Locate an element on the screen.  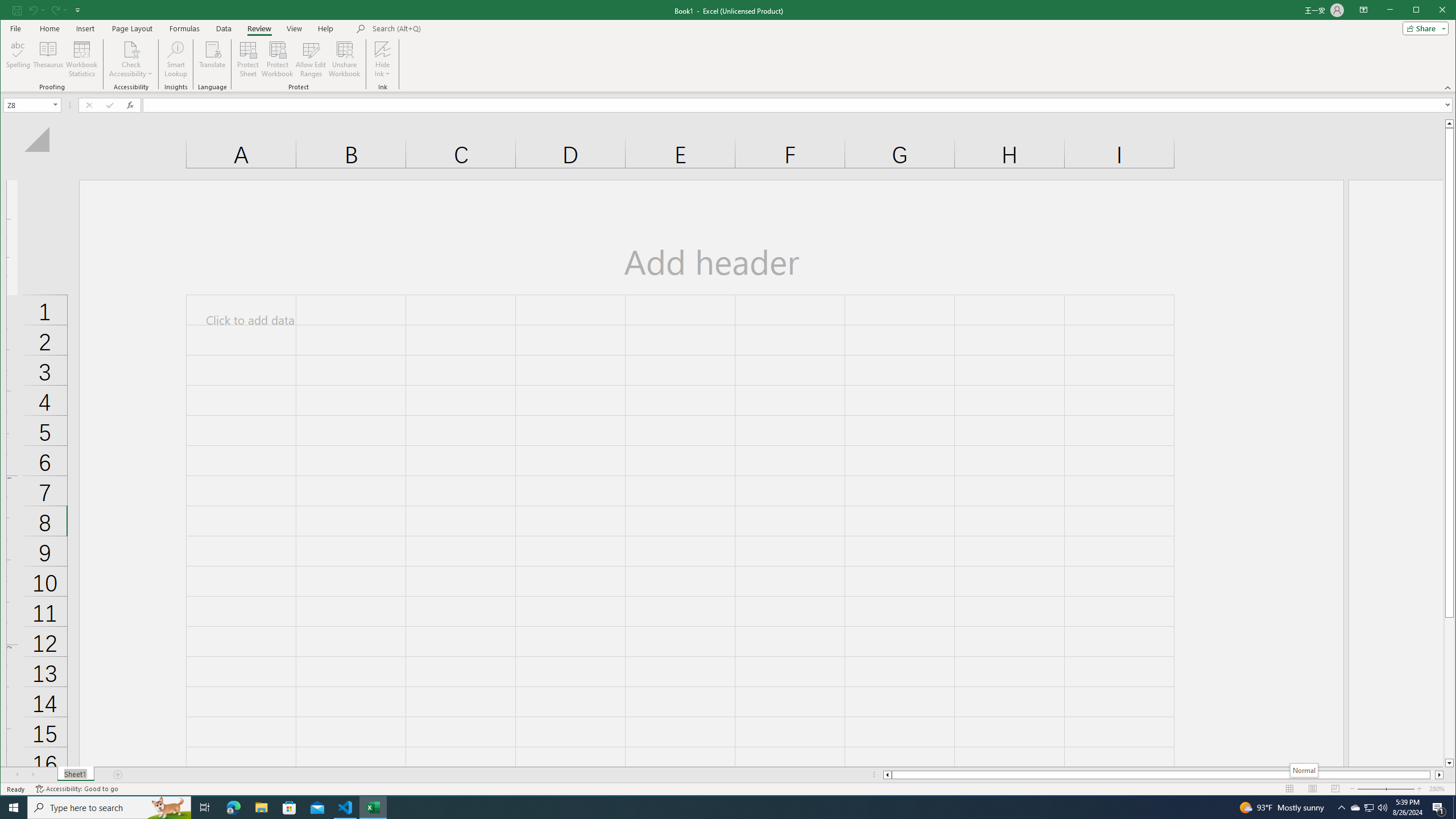
'Microsoft Store' is located at coordinates (289, 806).